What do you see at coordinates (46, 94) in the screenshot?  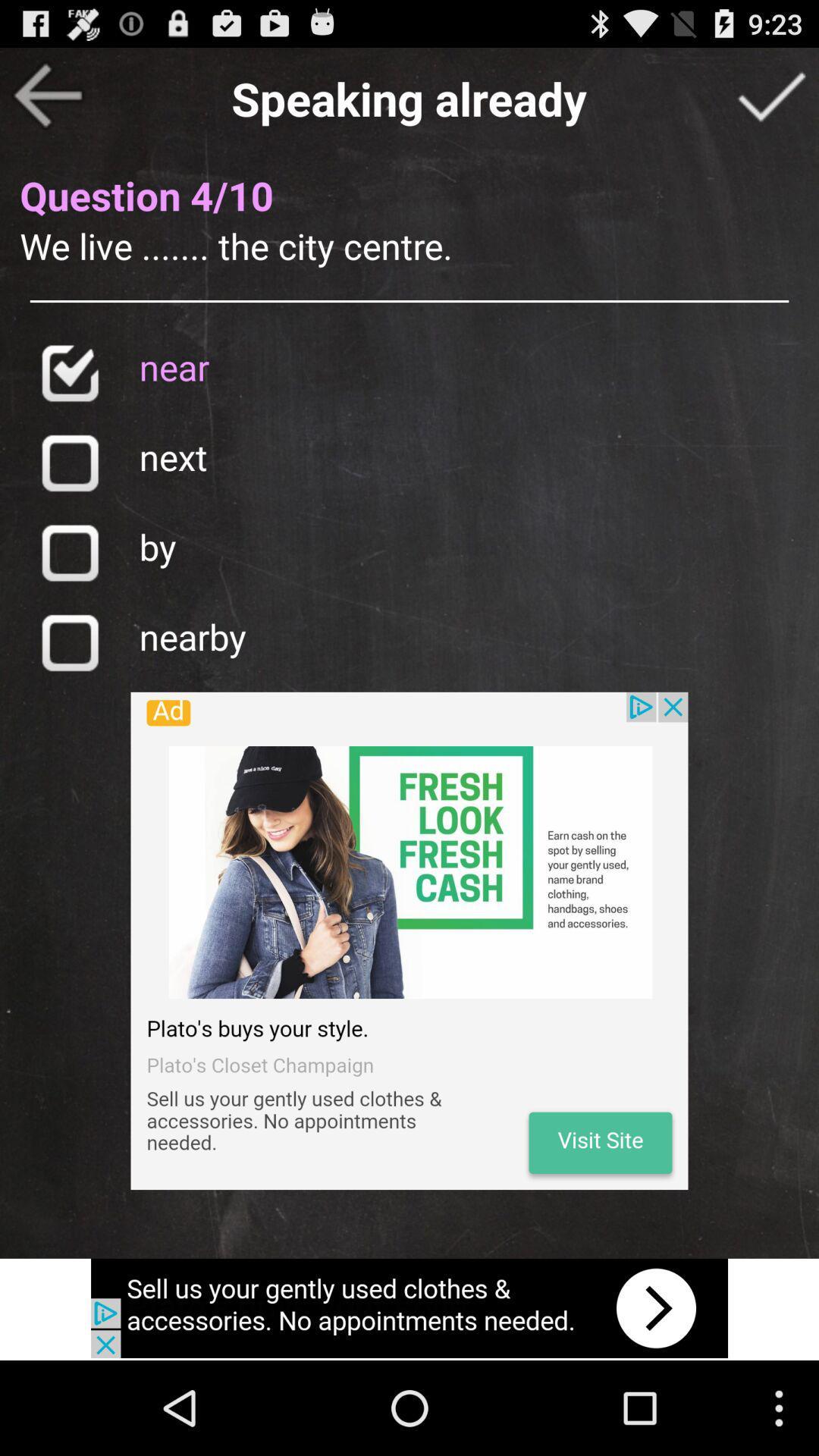 I see `go back` at bounding box center [46, 94].